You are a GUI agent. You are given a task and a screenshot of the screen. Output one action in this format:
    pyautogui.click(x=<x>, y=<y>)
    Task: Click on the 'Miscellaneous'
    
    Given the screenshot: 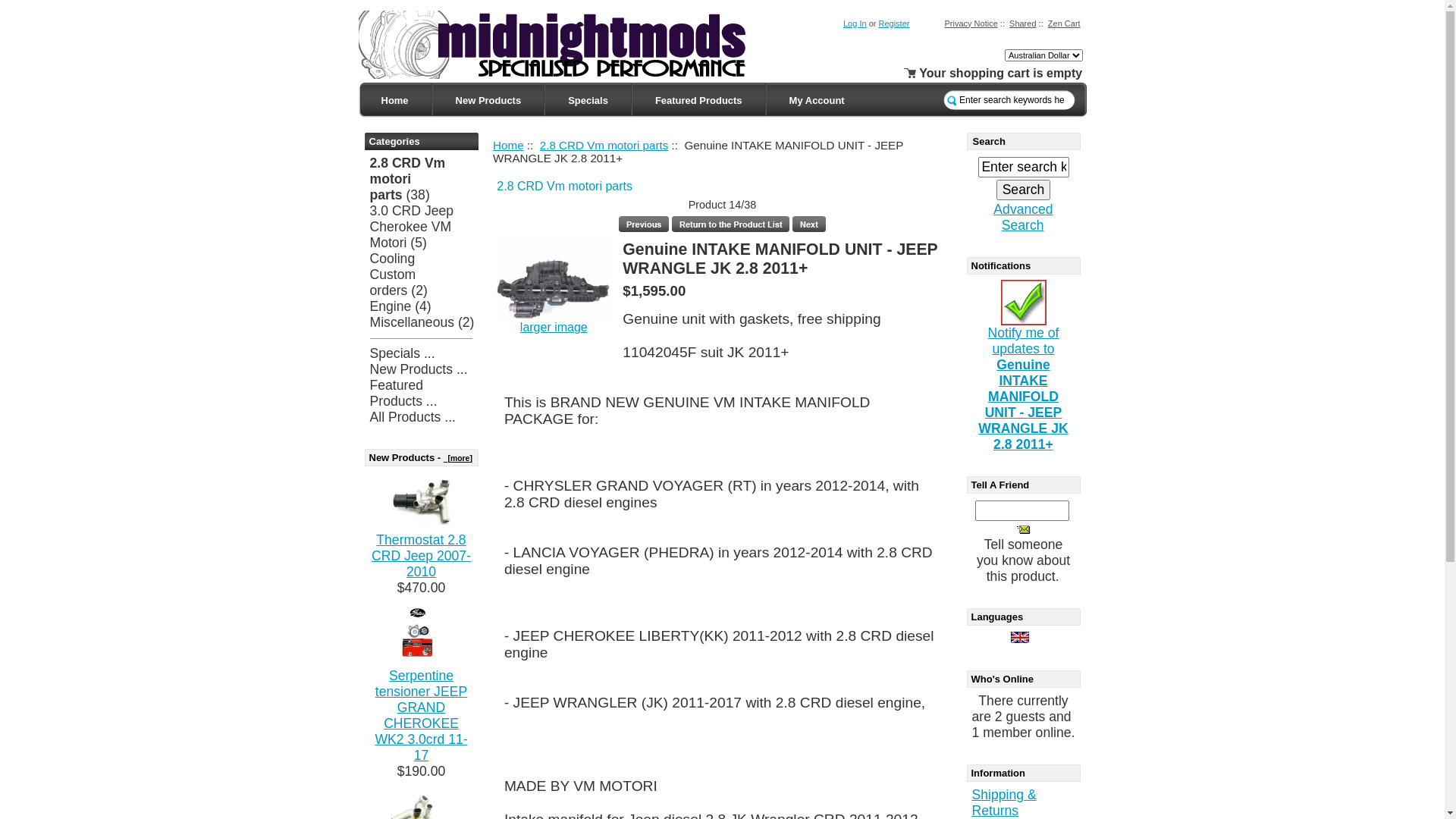 What is the action you would take?
    pyautogui.click(x=412, y=321)
    